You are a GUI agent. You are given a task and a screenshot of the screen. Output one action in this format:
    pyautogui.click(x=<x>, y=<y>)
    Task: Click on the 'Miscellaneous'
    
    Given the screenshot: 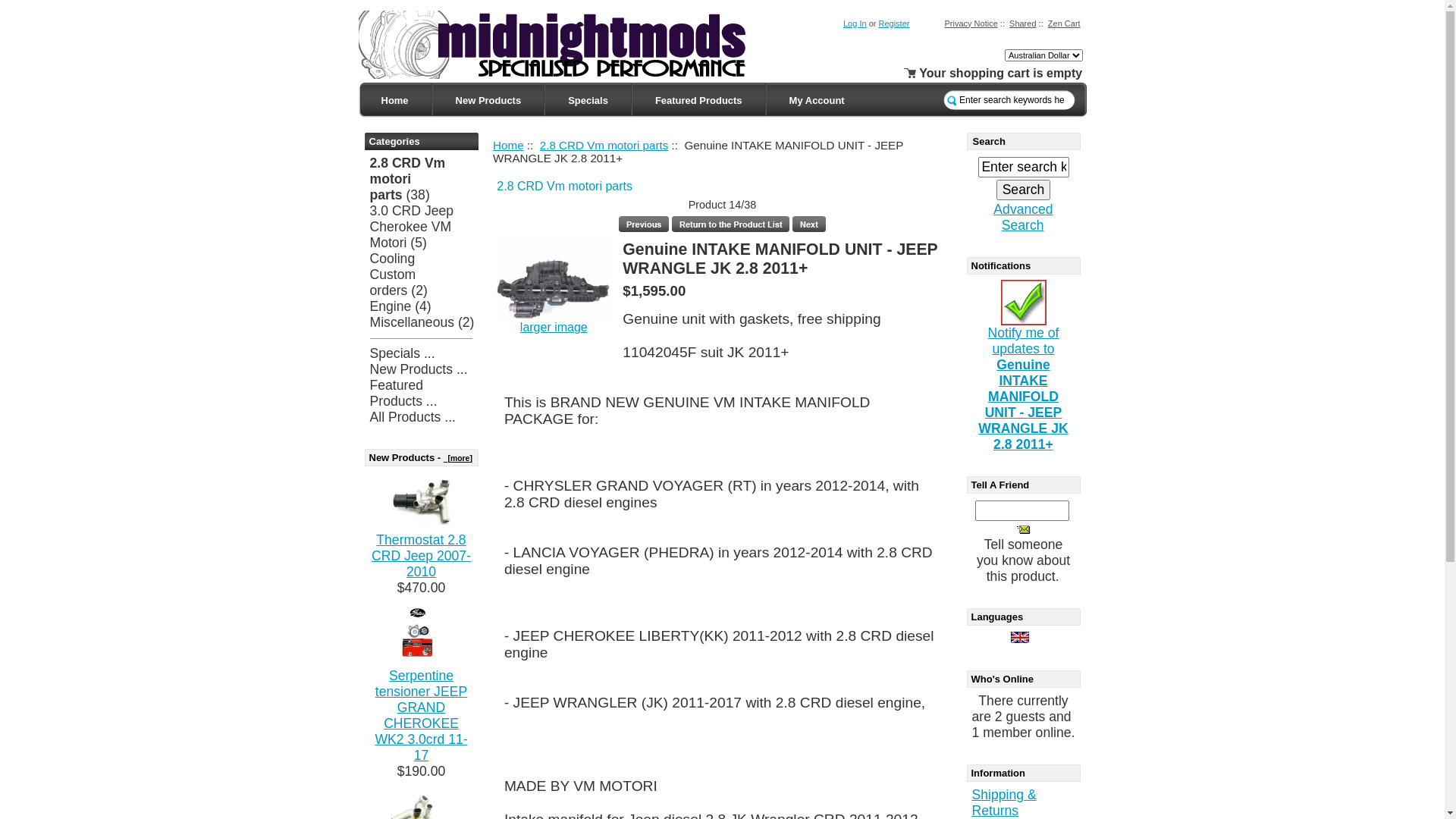 What is the action you would take?
    pyautogui.click(x=412, y=321)
    